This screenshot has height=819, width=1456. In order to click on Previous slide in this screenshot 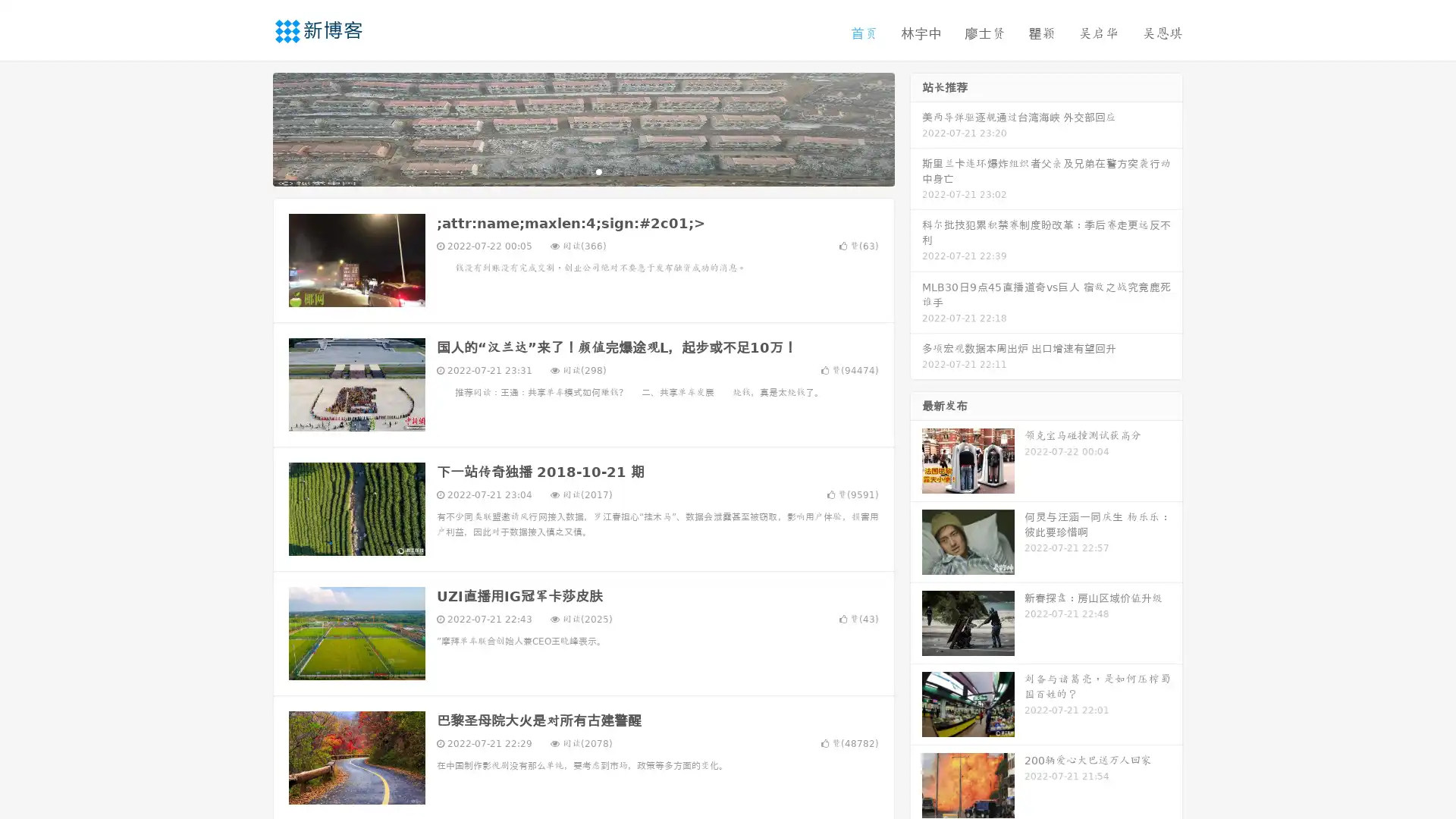, I will do `click(250, 127)`.